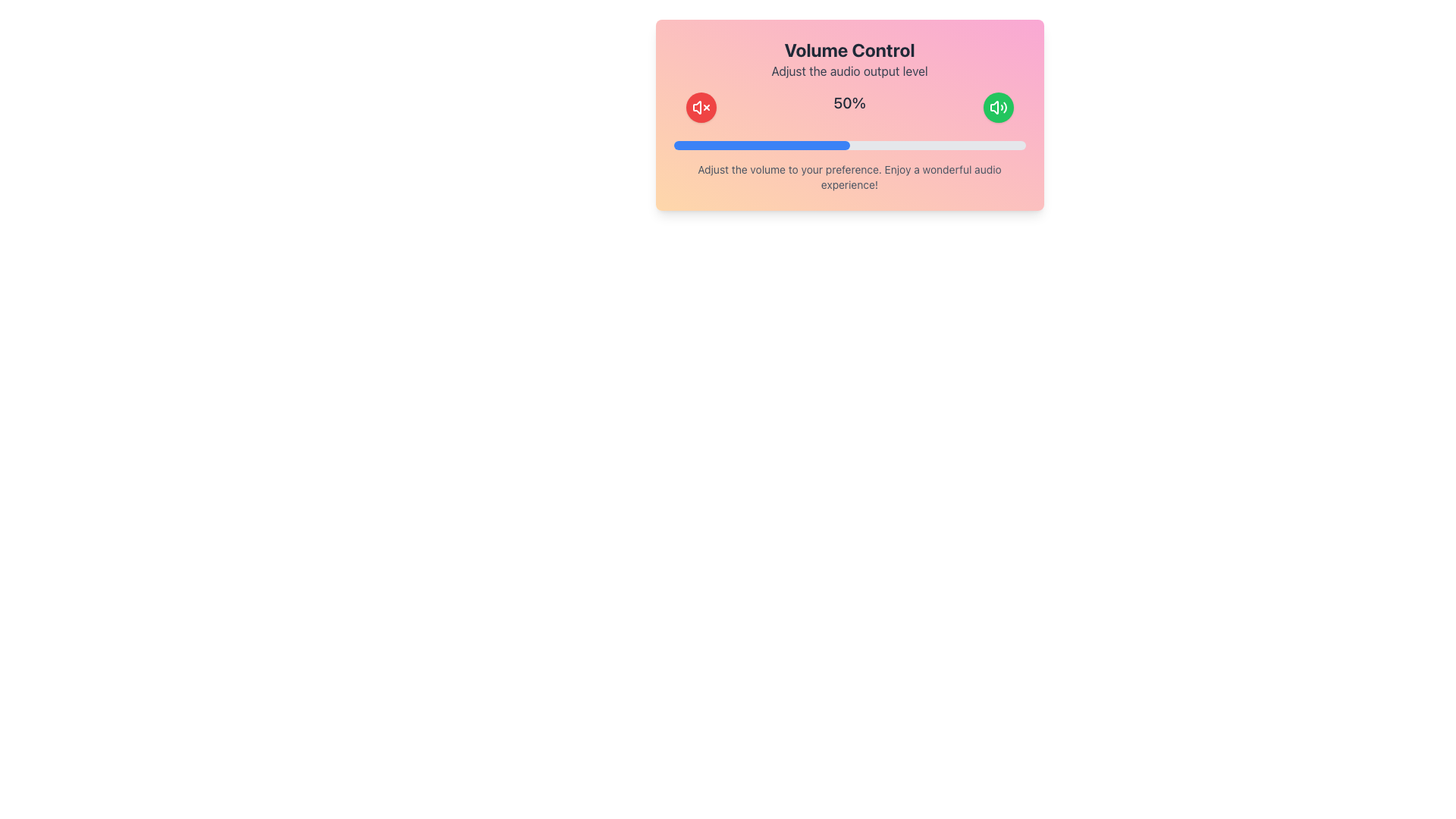 This screenshot has width=1456, height=819. Describe the element at coordinates (761, 146) in the screenshot. I see `the Progress indicator in the Volume Control interface, which visually indicates the current volume level and is located at the center of the progress bar` at that location.